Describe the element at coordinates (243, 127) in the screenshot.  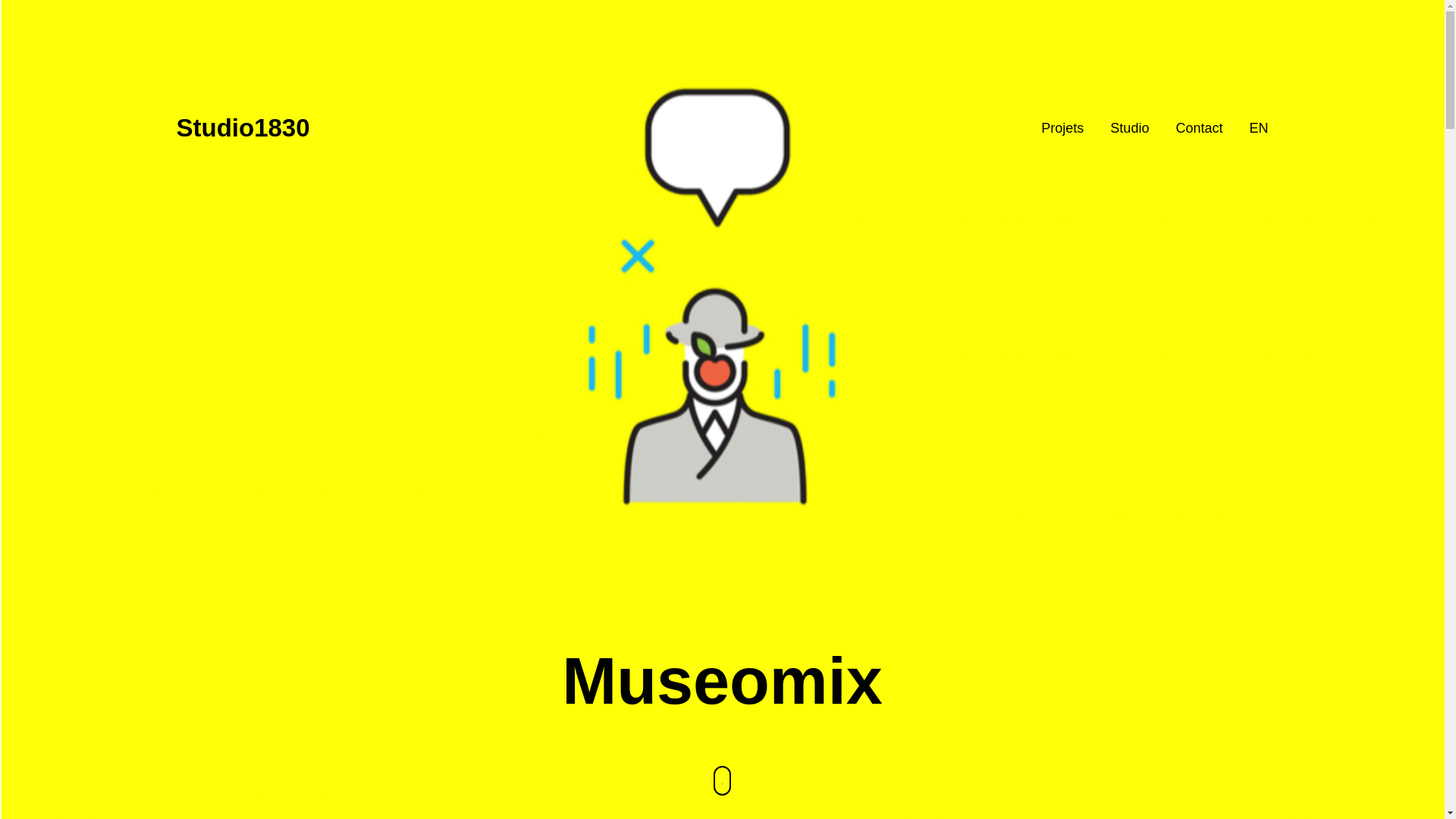
I see `'Studio1830'` at that location.